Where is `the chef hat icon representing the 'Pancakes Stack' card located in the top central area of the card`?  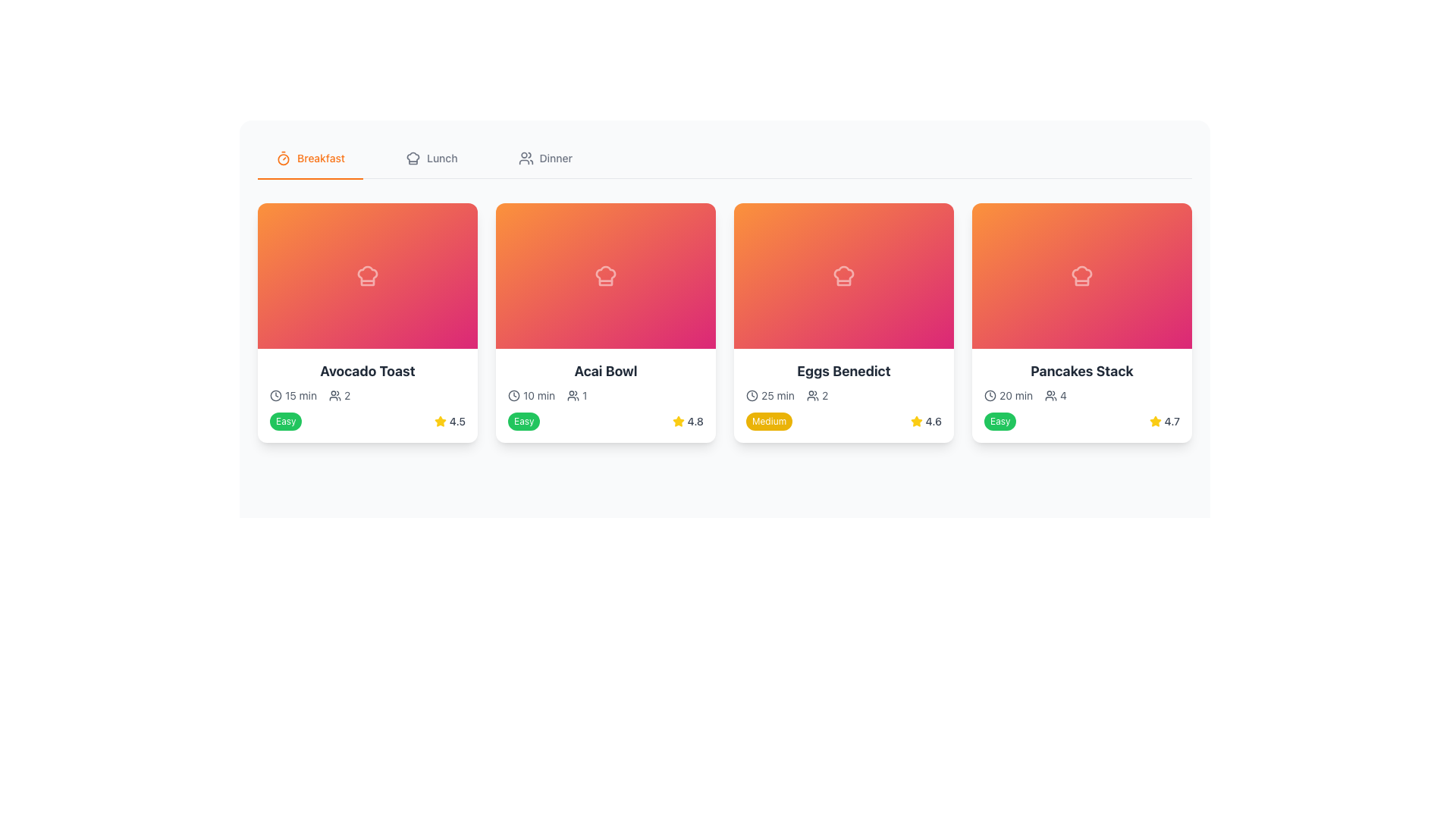
the chef hat icon representing the 'Pancakes Stack' card located in the top central area of the card is located at coordinates (1081, 275).